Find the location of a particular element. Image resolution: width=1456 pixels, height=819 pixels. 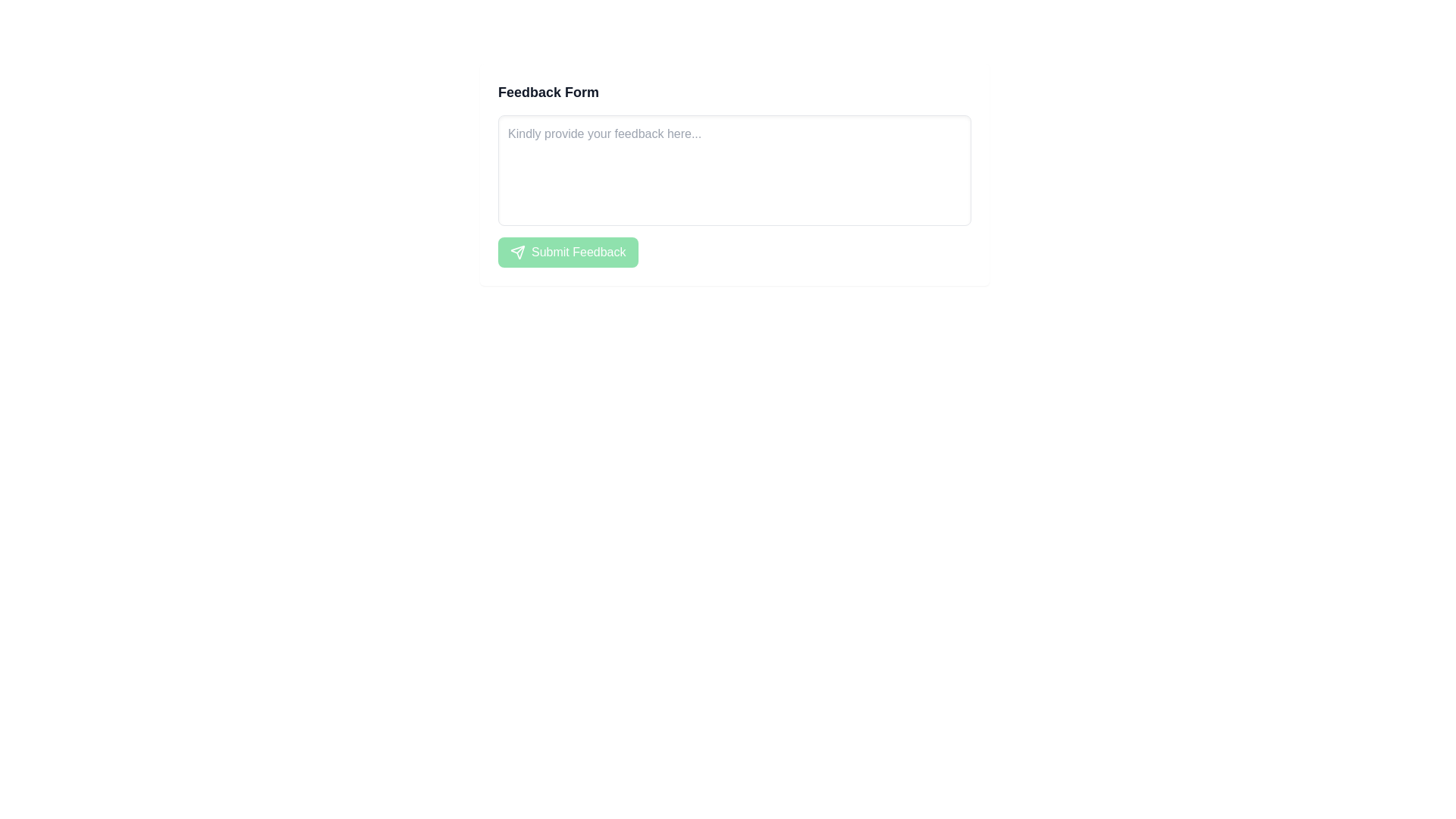

within the text area of the Feedback Form card is located at coordinates (735, 174).